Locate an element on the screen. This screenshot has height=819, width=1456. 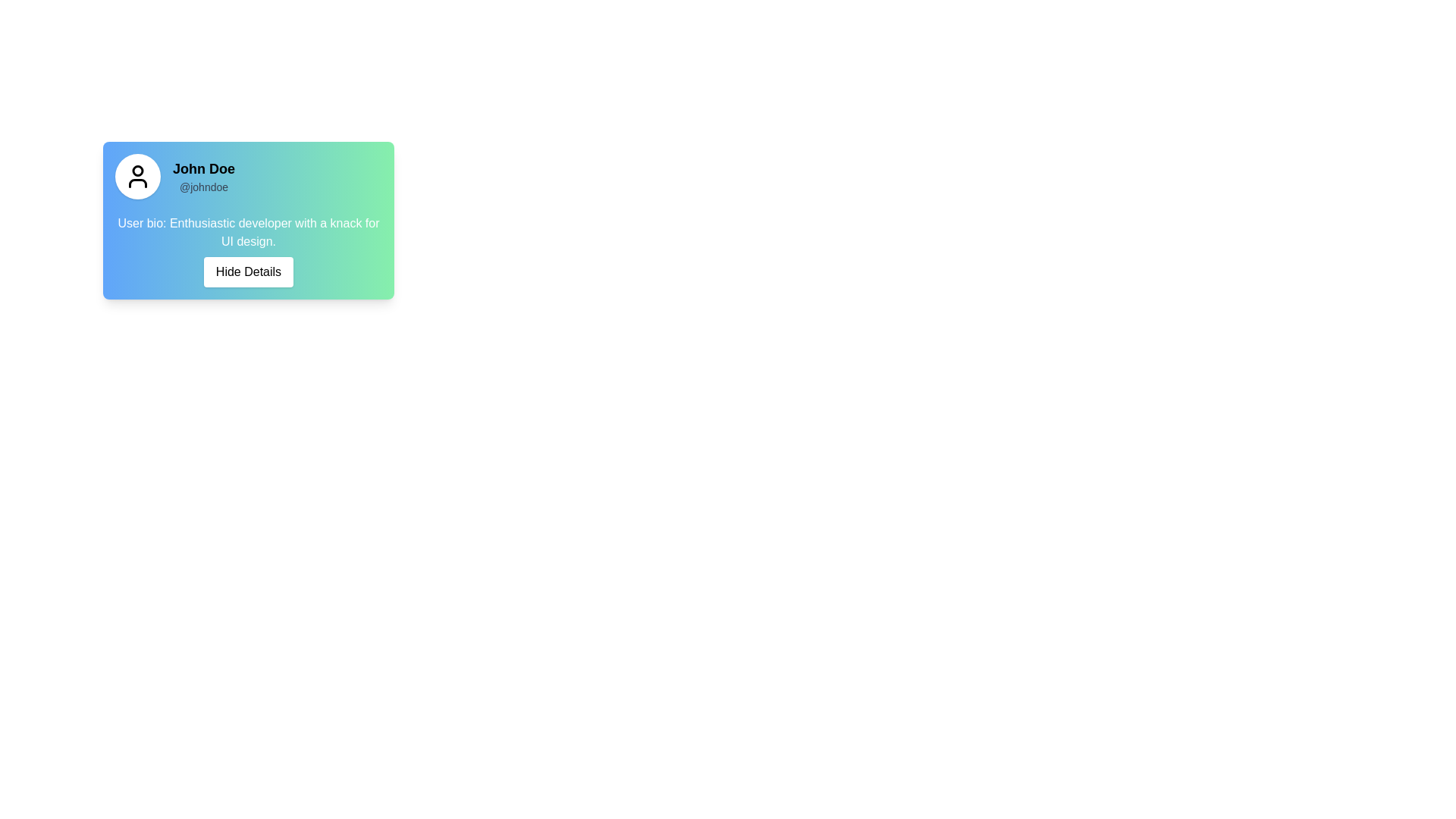
the circular SVG element with a black outline, located centrally within the user's profile card avatar is located at coordinates (138, 171).